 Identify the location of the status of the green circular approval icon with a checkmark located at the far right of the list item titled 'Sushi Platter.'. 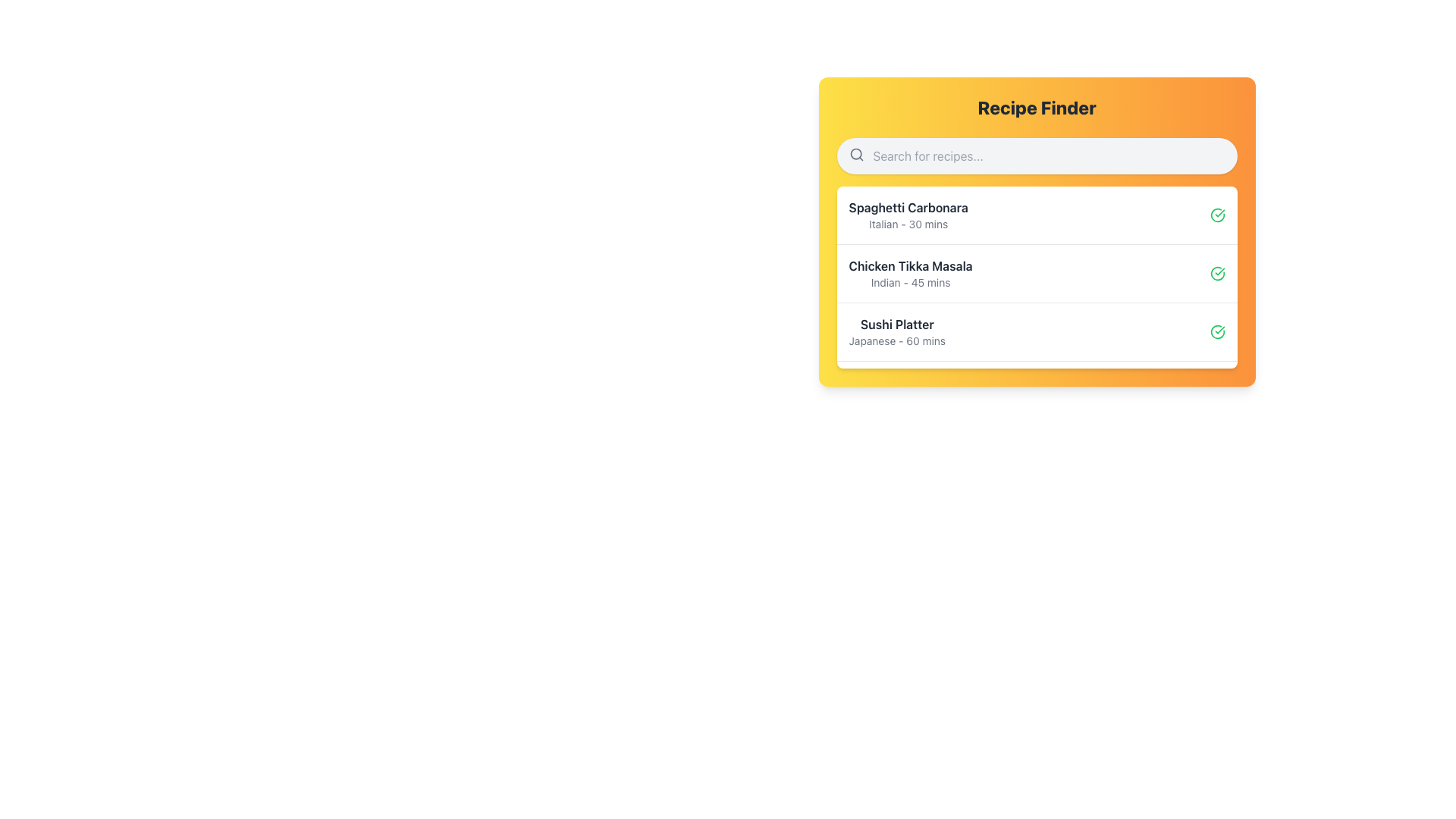
(1217, 331).